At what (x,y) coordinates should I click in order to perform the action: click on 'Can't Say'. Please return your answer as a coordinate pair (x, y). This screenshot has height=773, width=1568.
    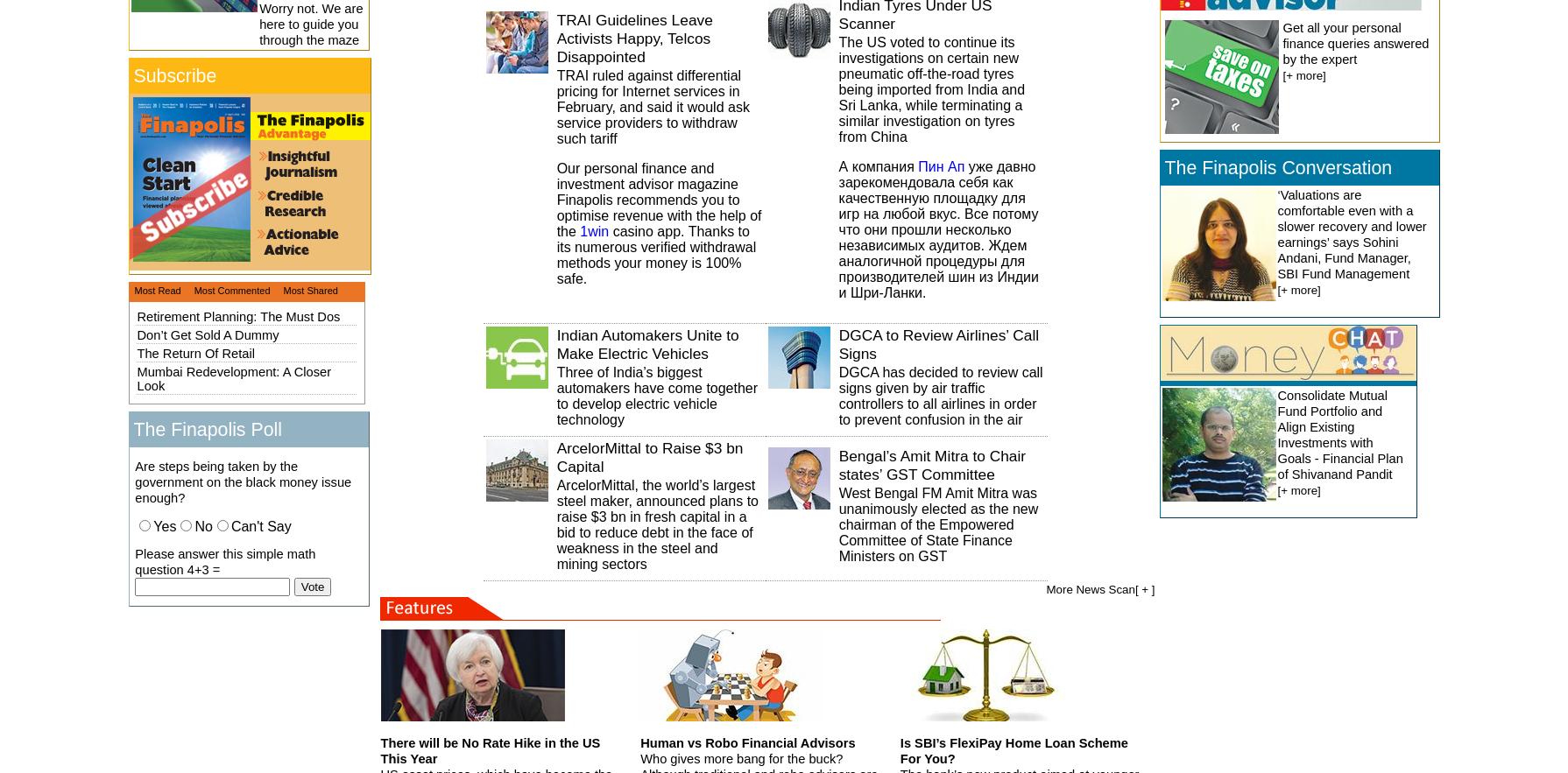
    Looking at the image, I should click on (260, 525).